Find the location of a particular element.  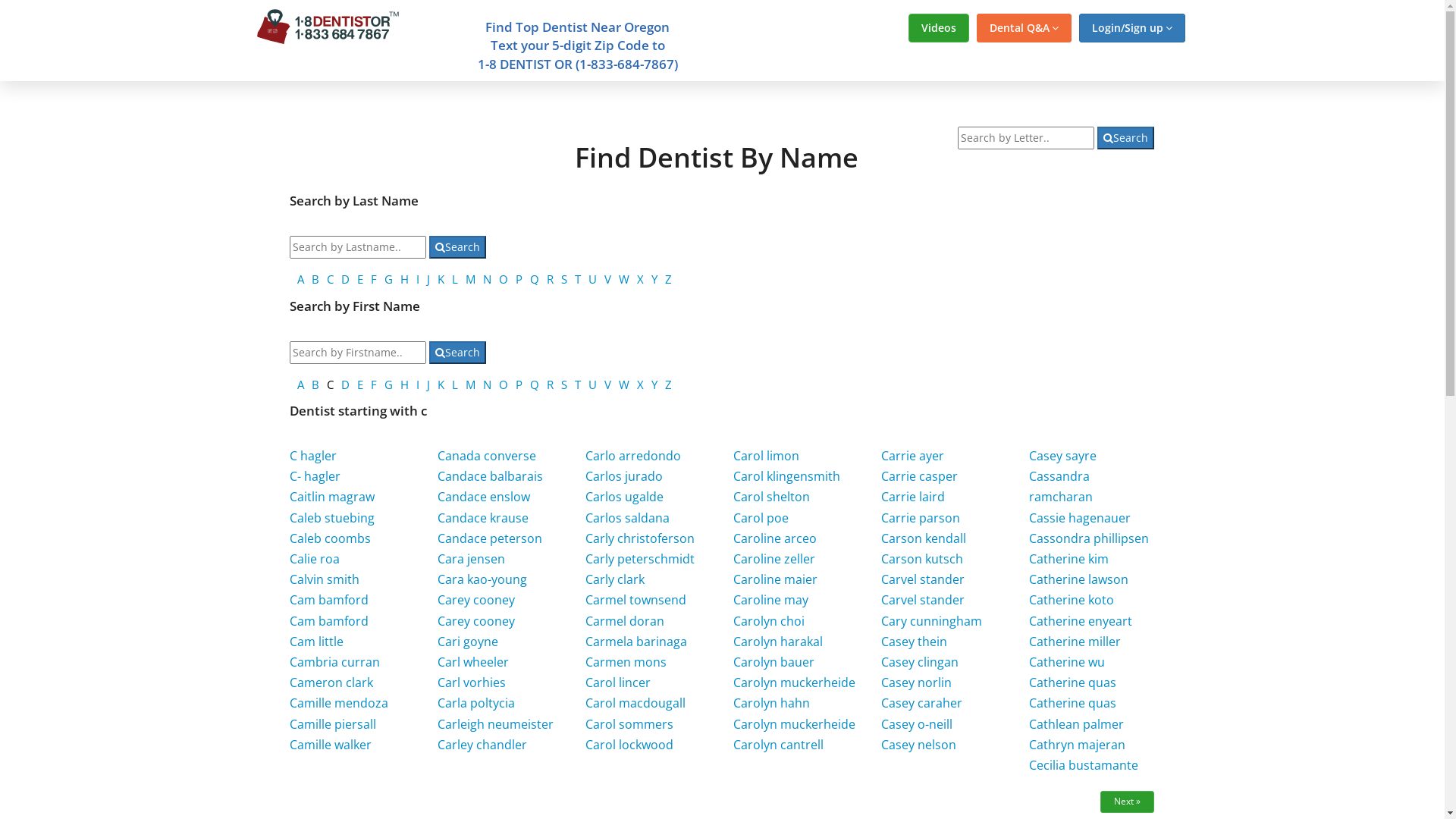

'Z' is located at coordinates (665, 278).